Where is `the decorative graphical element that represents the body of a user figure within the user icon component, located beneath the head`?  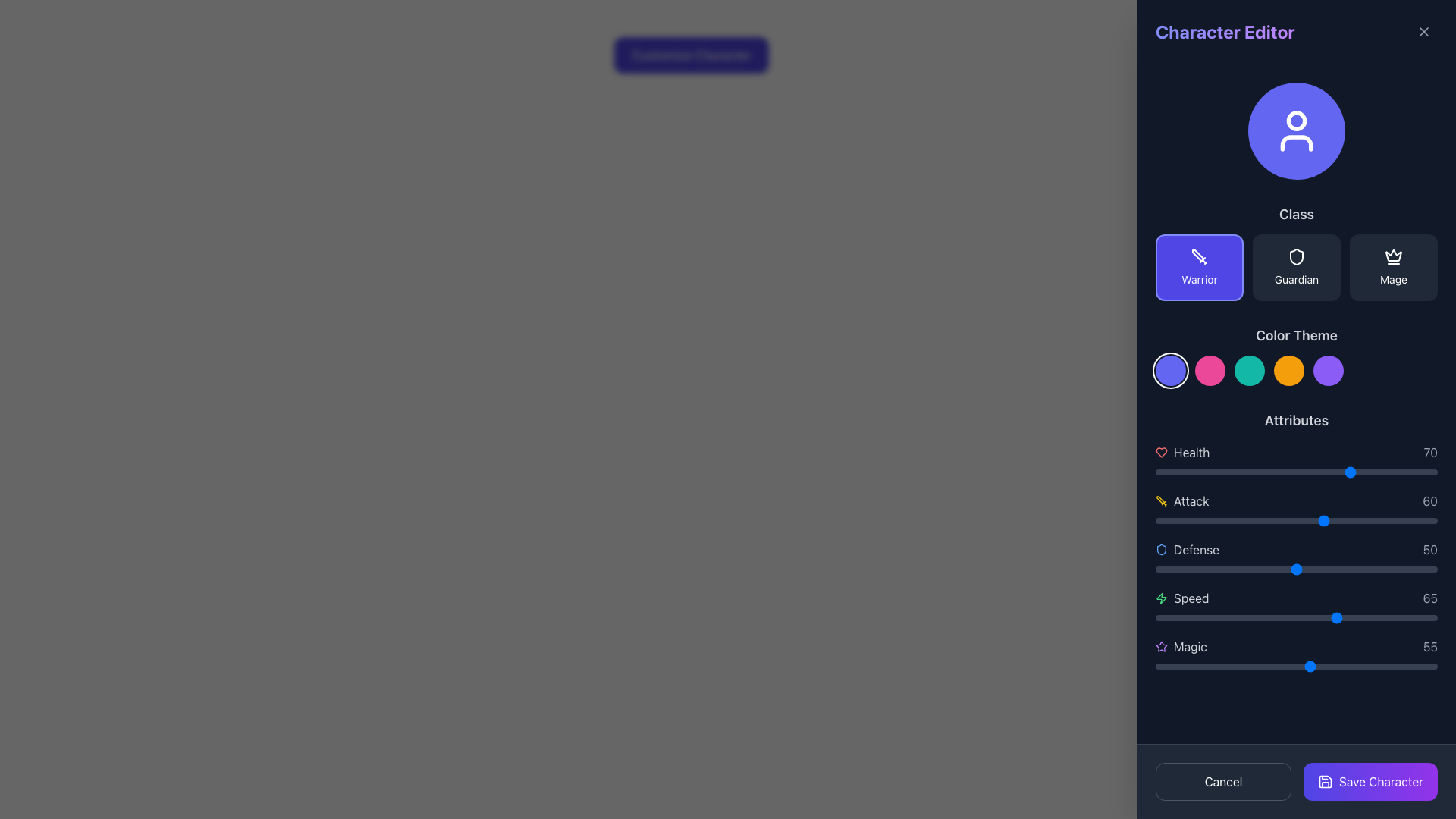
the decorative graphical element that represents the body of a user figure within the user icon component, located beneath the head is located at coordinates (1295, 143).